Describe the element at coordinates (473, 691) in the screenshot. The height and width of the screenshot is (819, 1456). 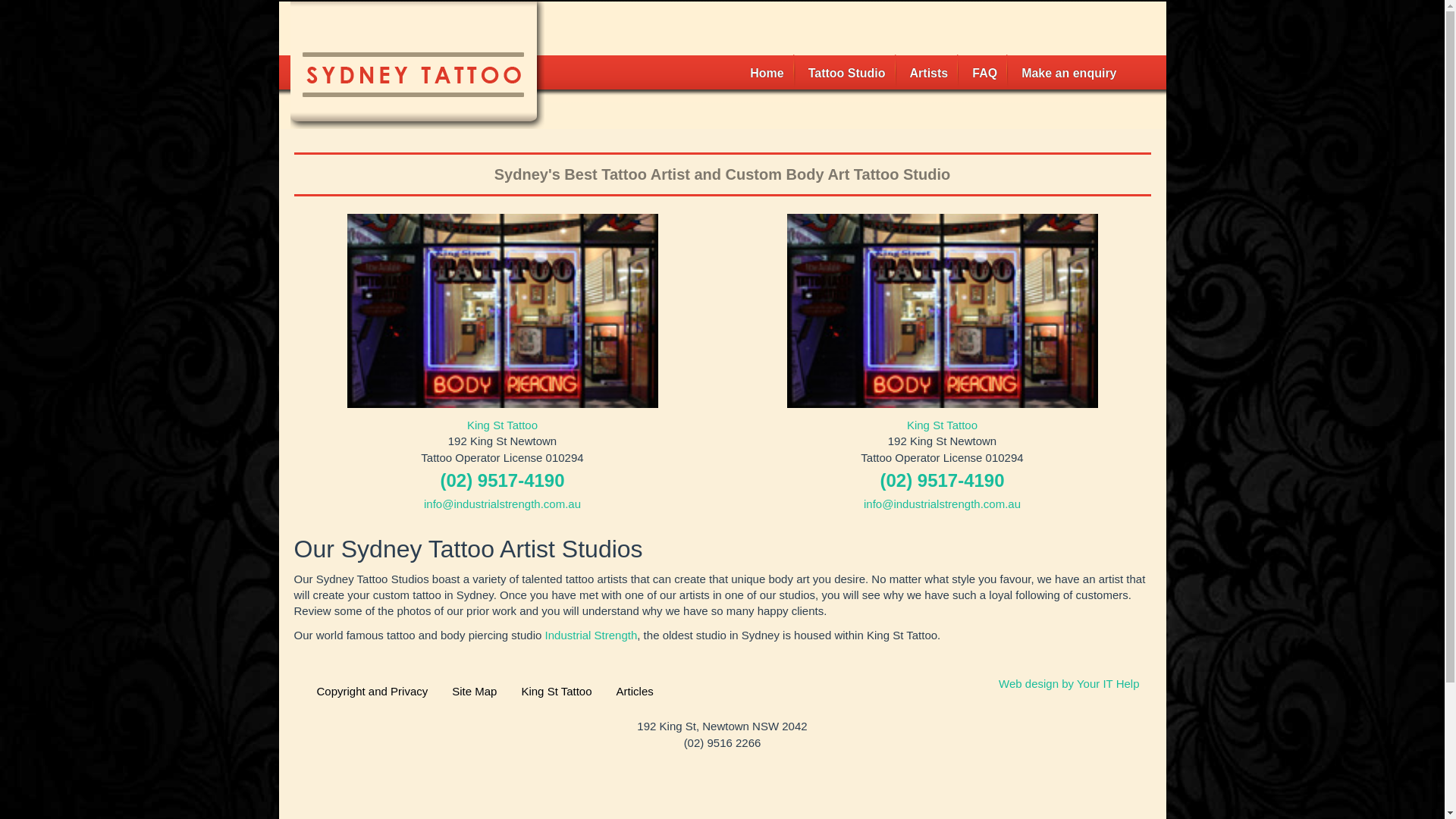
I see `'Site Map'` at that location.